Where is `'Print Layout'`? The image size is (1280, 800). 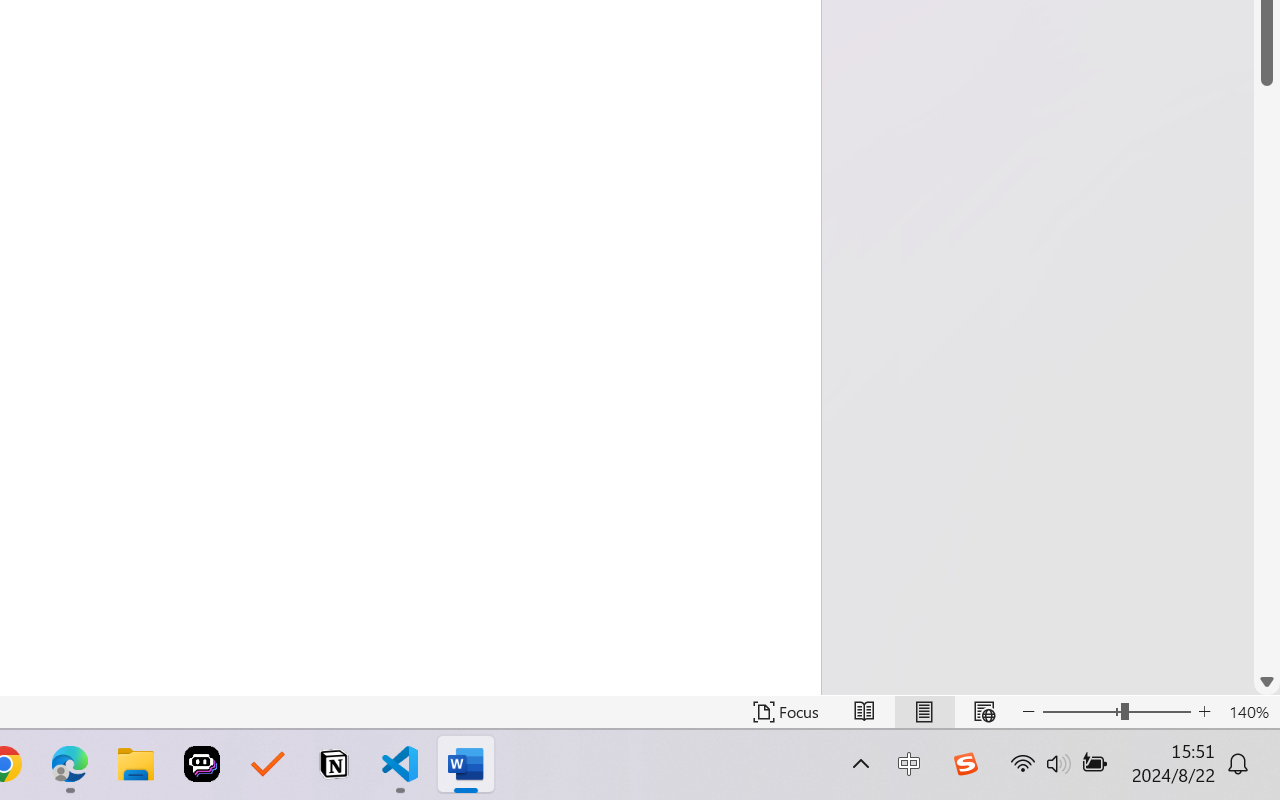
'Print Layout' is located at coordinates (923, 711).